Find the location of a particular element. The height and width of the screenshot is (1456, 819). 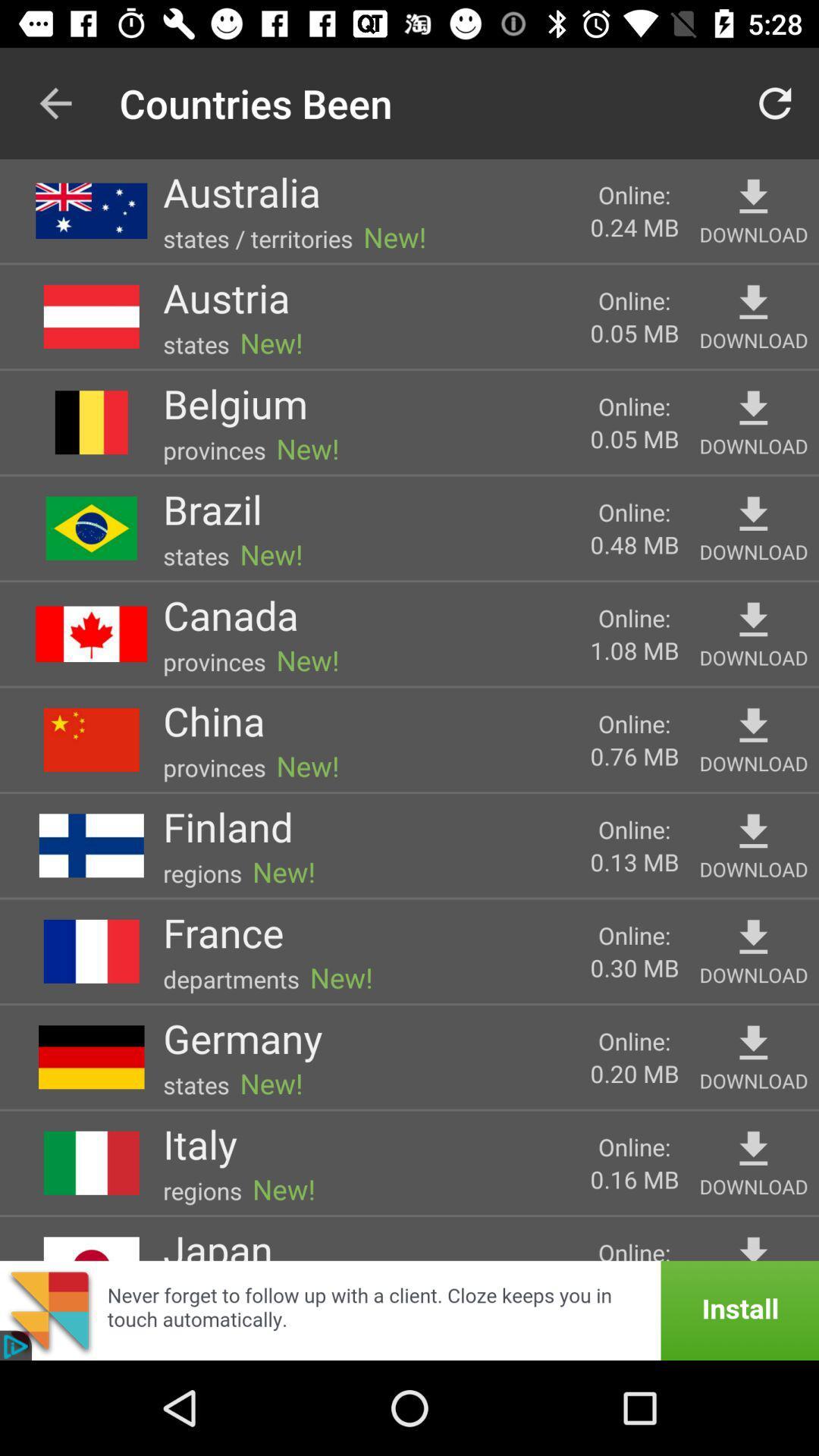

download button is located at coordinates (753, 620).